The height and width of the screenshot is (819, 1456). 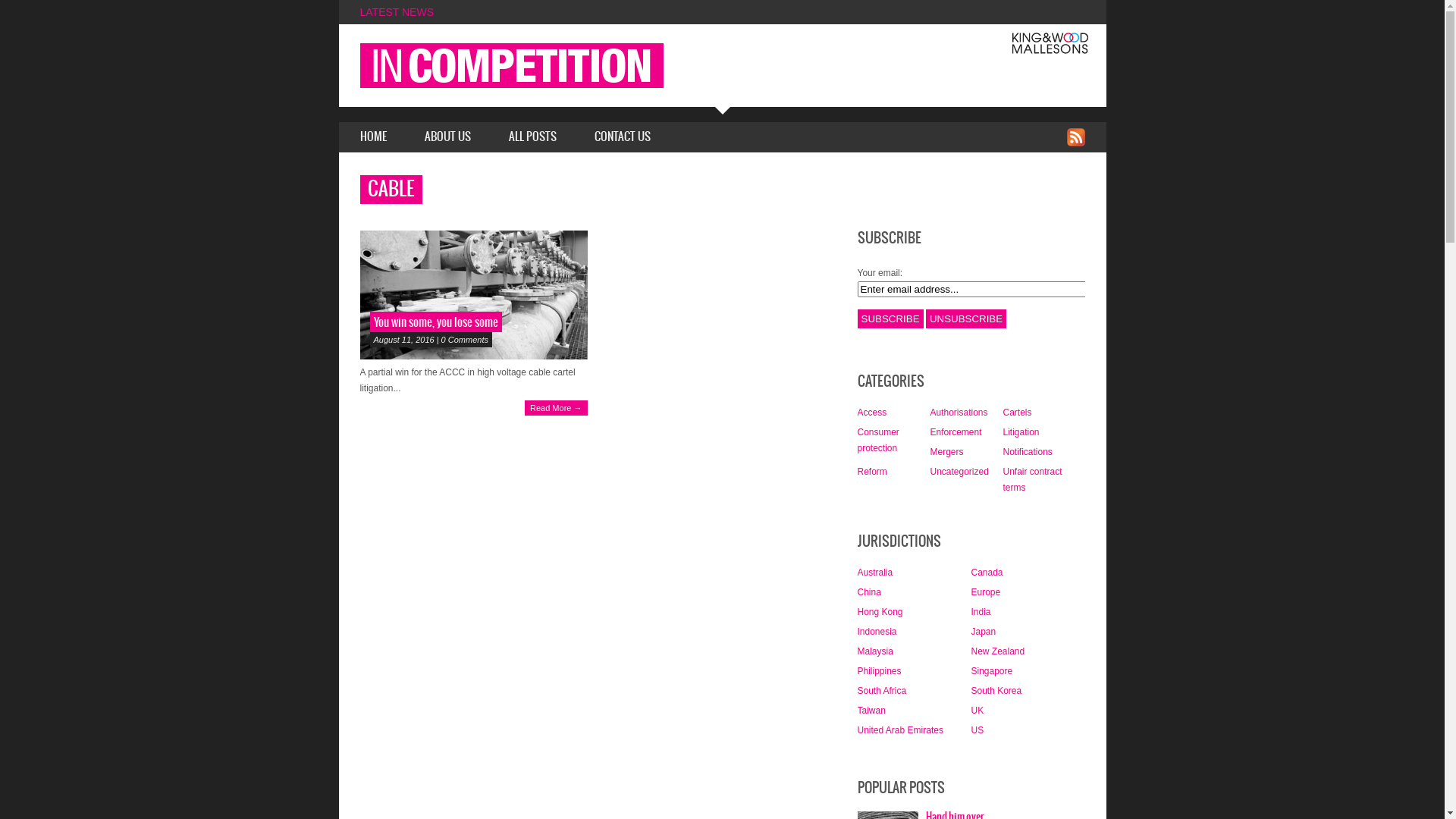 What do you see at coordinates (881, 690) in the screenshot?
I see `'South Africa'` at bounding box center [881, 690].